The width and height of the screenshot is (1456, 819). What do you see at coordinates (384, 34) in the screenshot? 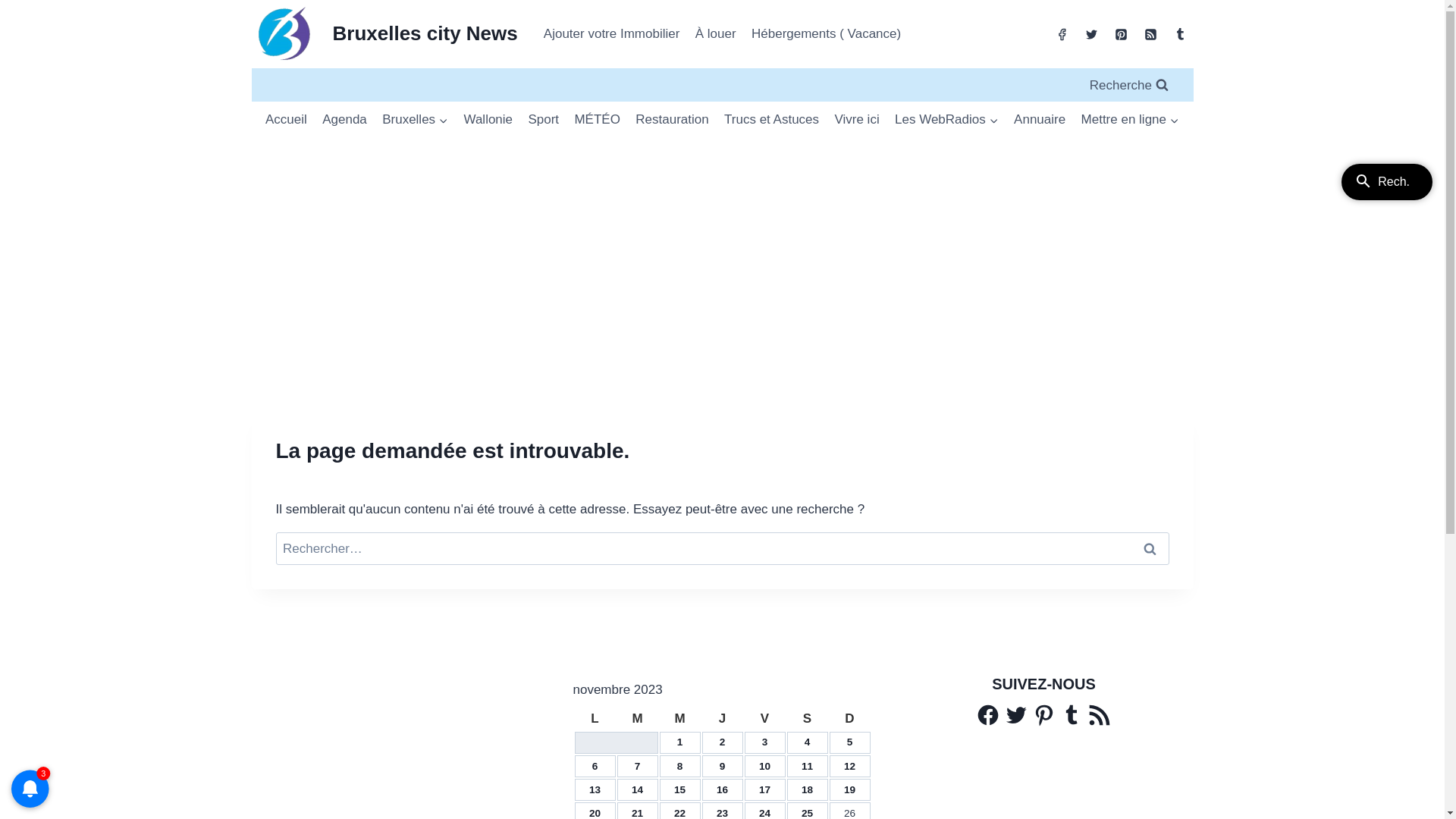
I see `'Bruxelles city News'` at bounding box center [384, 34].